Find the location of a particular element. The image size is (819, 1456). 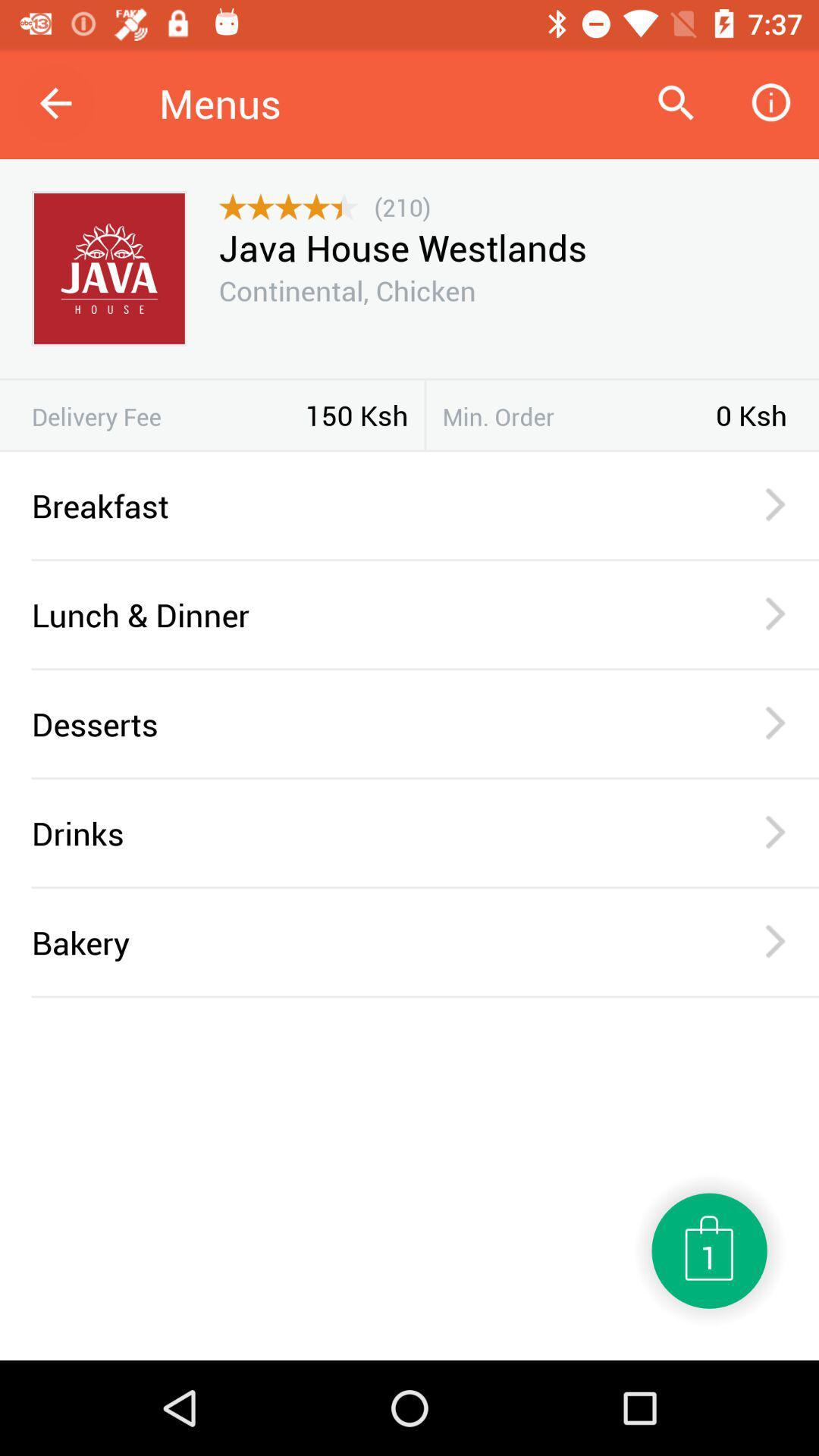

the icon next to the menus is located at coordinates (675, 102).